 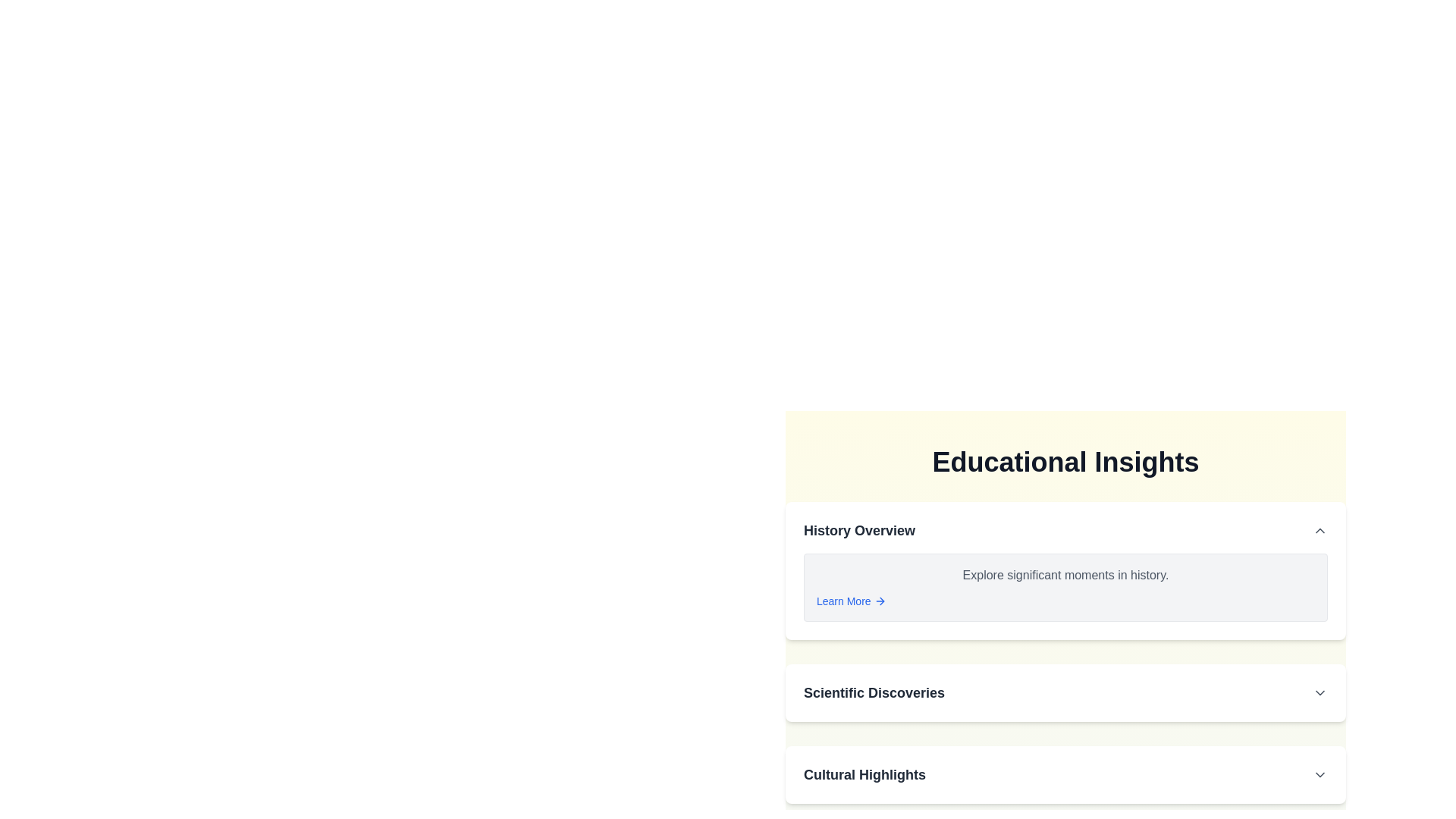 What do you see at coordinates (1319, 693) in the screenshot?
I see `the Dropdown toggle button with a gray downward-pointing chevron icon located to the right of the 'Scientific Discoveries' text` at bounding box center [1319, 693].